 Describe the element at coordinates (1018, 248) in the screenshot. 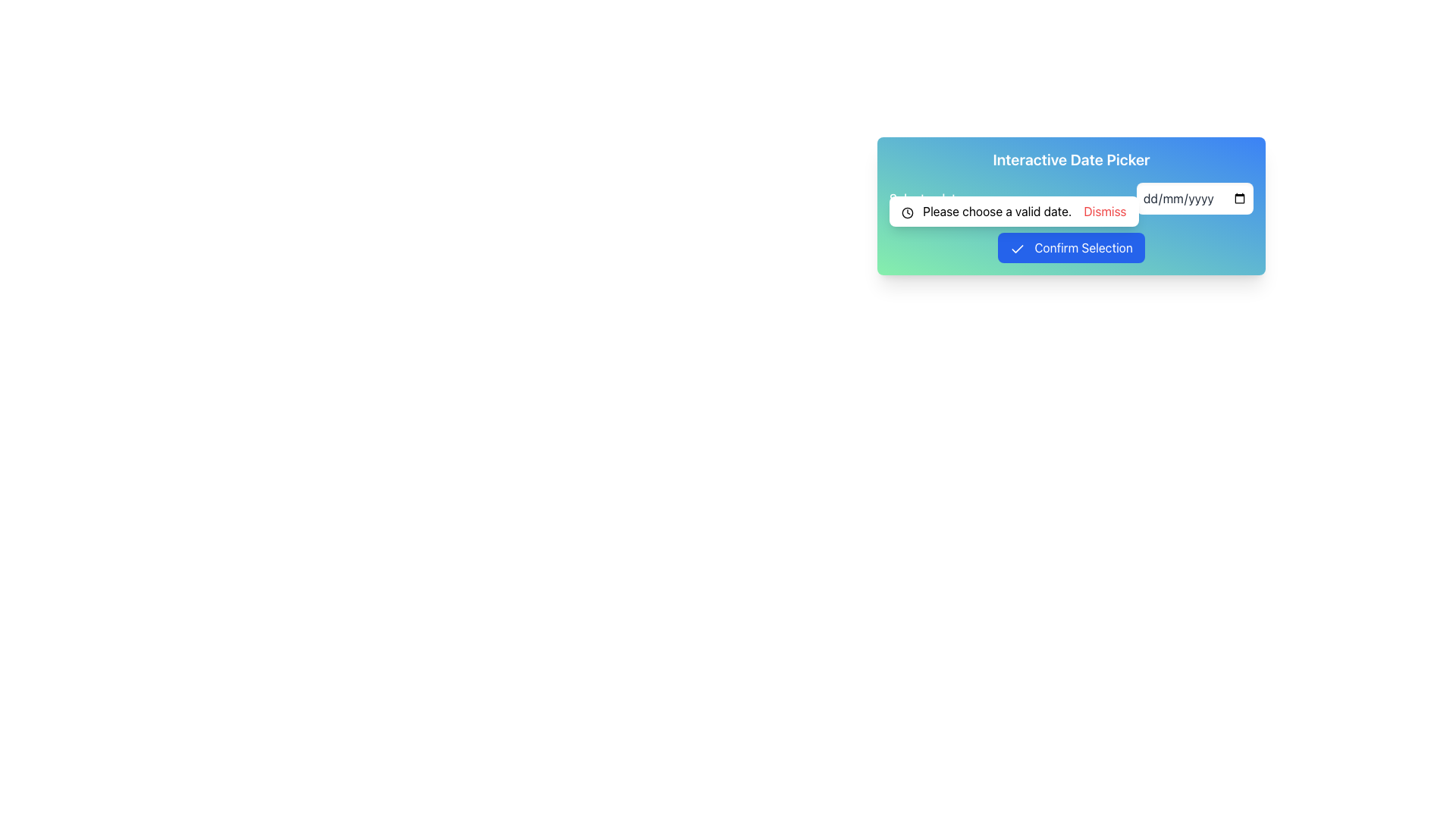

I see `the confirmation icon located to the left of the text label in the 'Confirm Selection' button` at that location.